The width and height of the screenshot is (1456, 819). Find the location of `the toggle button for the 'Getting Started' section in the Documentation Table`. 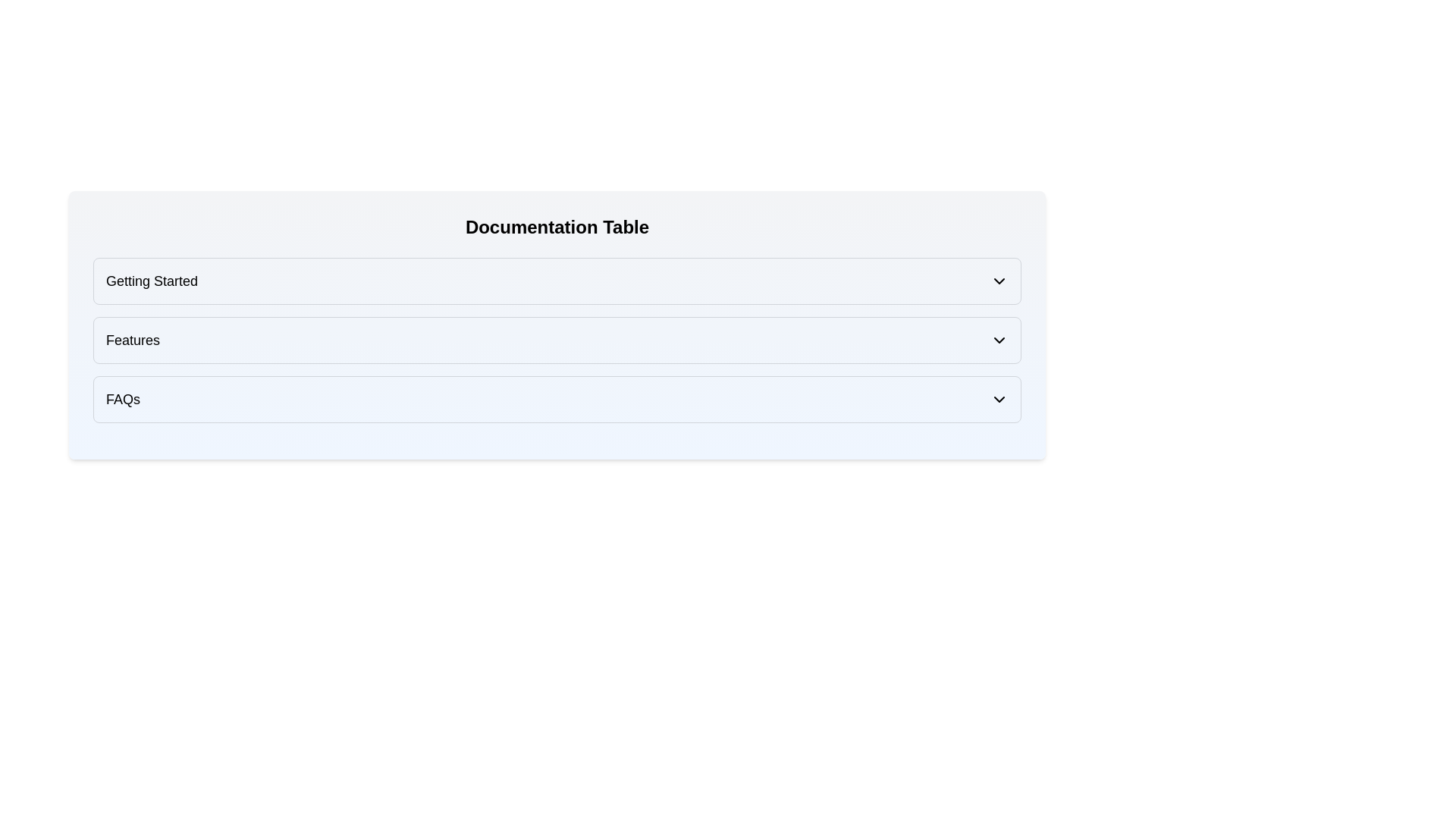

the toggle button for the 'Getting Started' section in the Documentation Table is located at coordinates (999, 281).